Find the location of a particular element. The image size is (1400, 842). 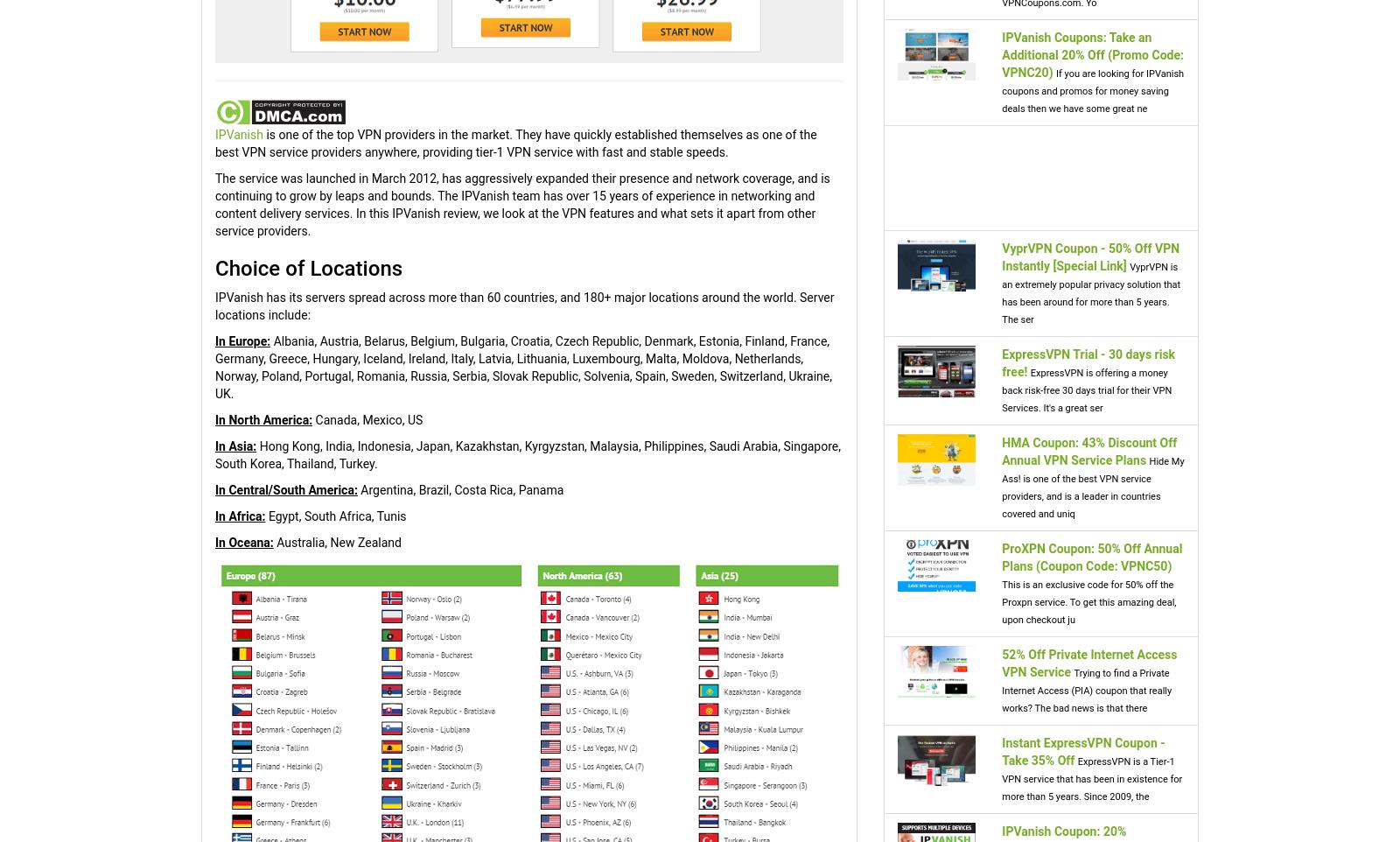

'In Central/South America:' is located at coordinates (286, 489).